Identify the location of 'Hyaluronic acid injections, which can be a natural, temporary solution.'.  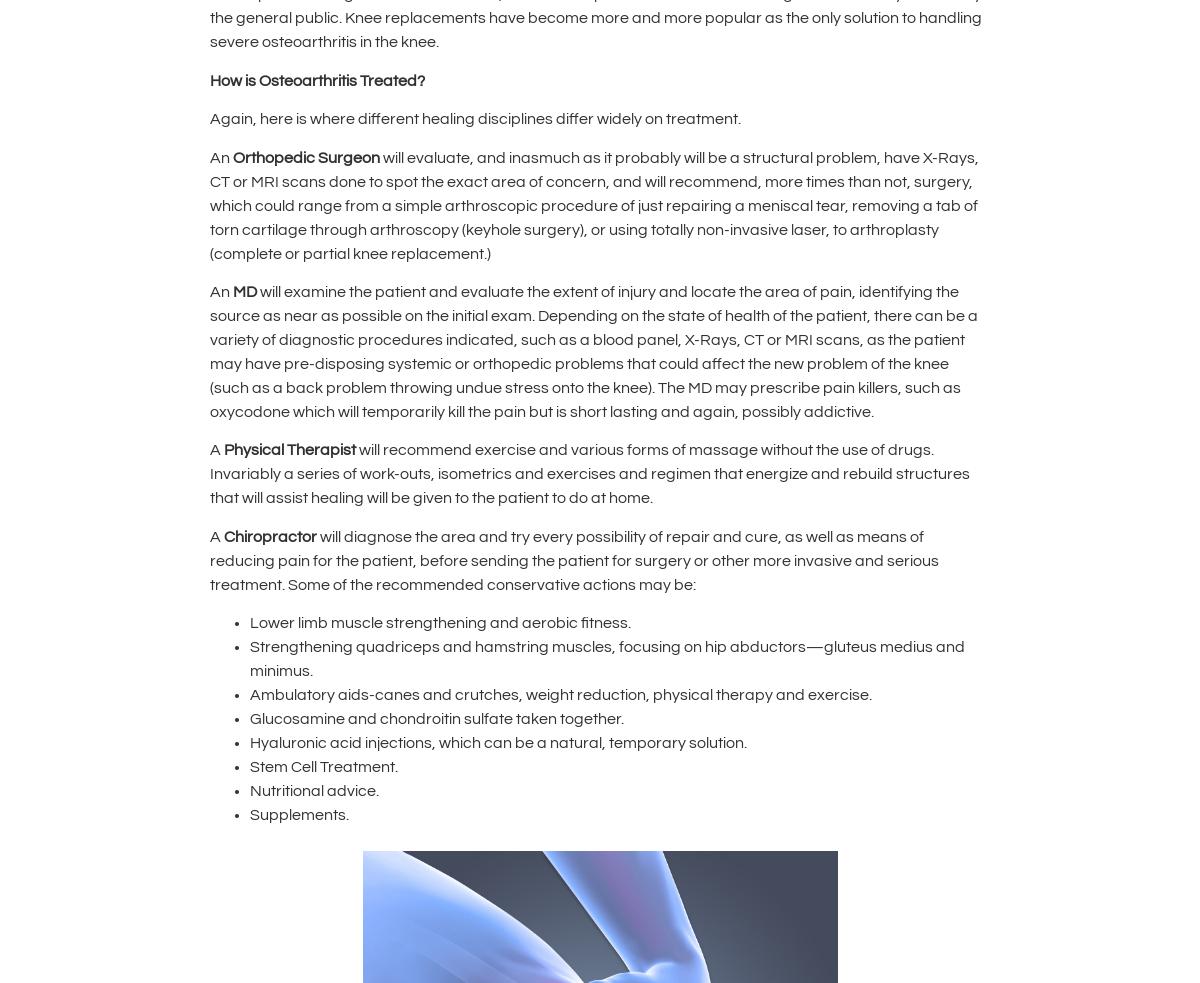
(499, 741).